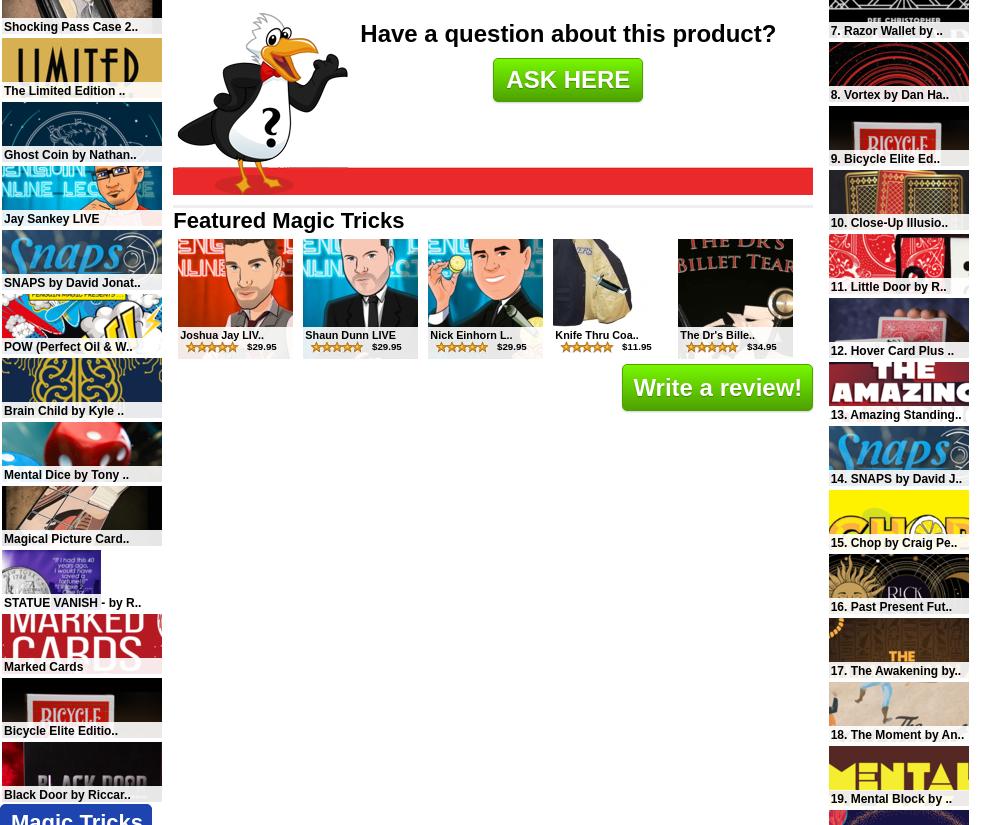  I want to click on '13. Amazing Standing..', so click(828, 414).